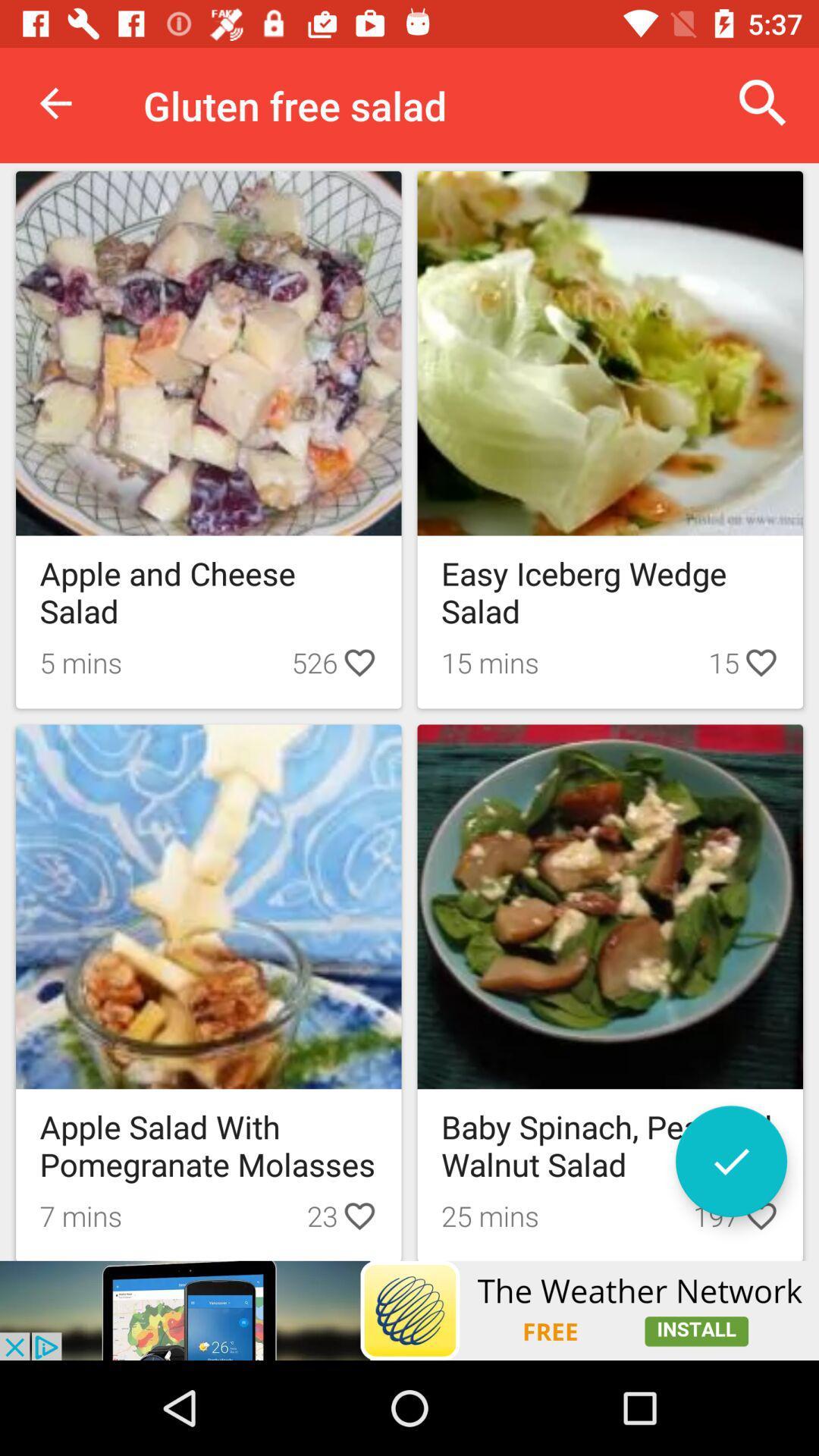 This screenshot has width=819, height=1456. What do you see at coordinates (409, 1310) in the screenshot?
I see `advertisement click to install the weather network app` at bounding box center [409, 1310].